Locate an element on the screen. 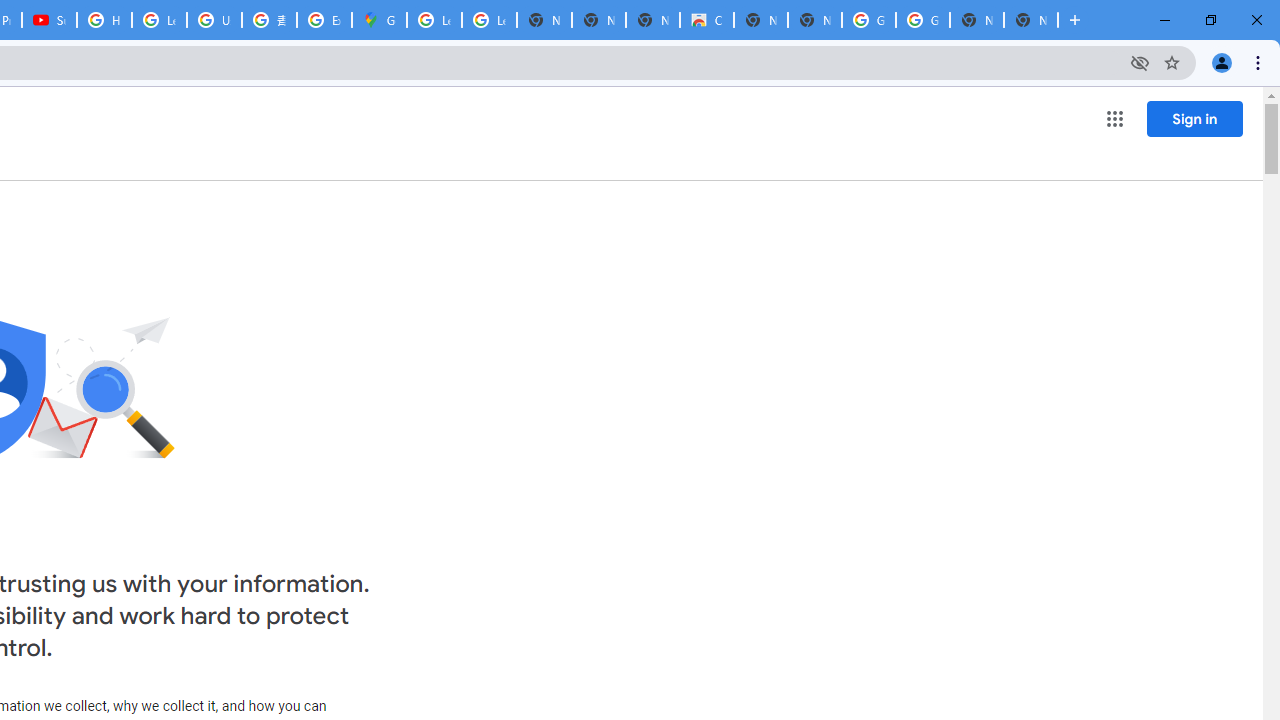 The height and width of the screenshot is (720, 1280). 'New Tab' is located at coordinates (1031, 20).